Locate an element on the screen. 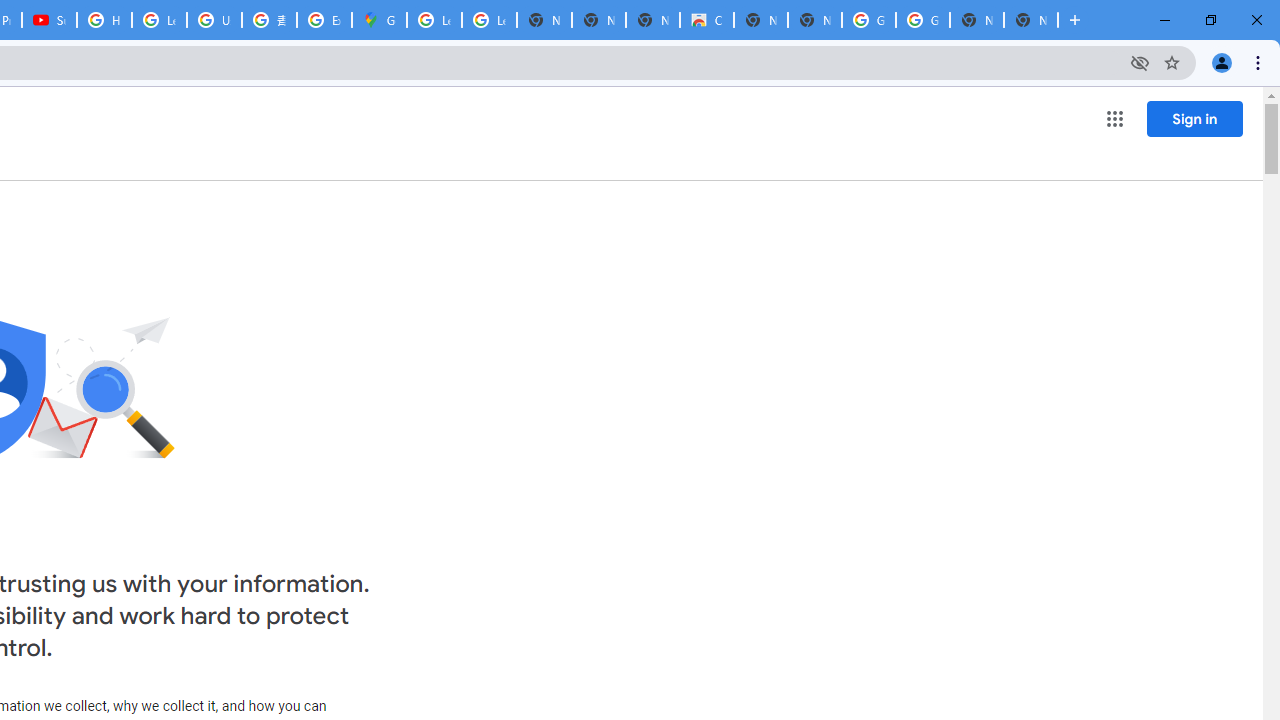 The height and width of the screenshot is (720, 1280). 'New Tab' is located at coordinates (1031, 20).